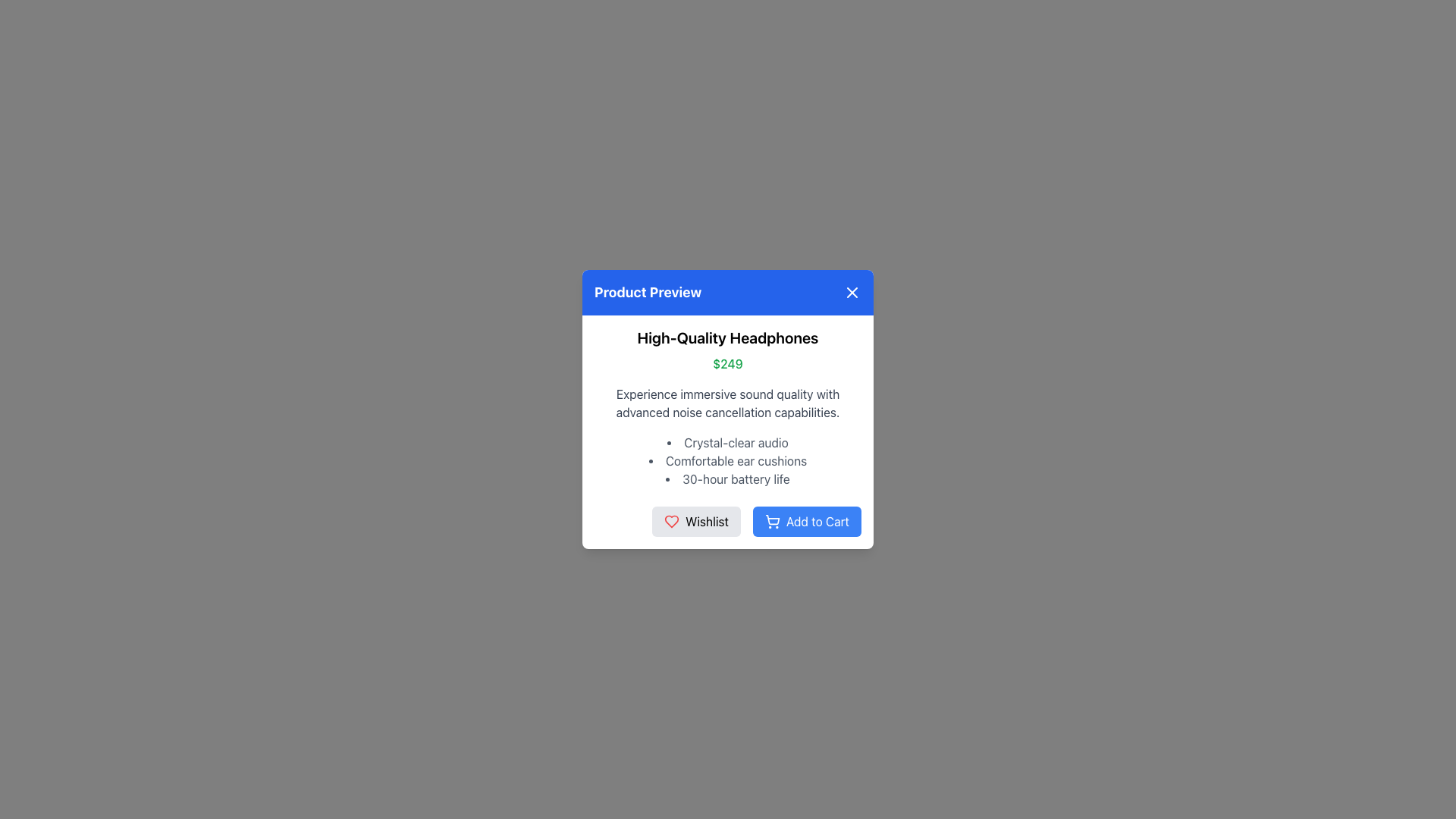 The width and height of the screenshot is (1456, 819). Describe the element at coordinates (852, 292) in the screenshot. I see `the Close Button (icon) represented by an 'X' in the top-right corner of the blue header in the modal dialog` at that location.